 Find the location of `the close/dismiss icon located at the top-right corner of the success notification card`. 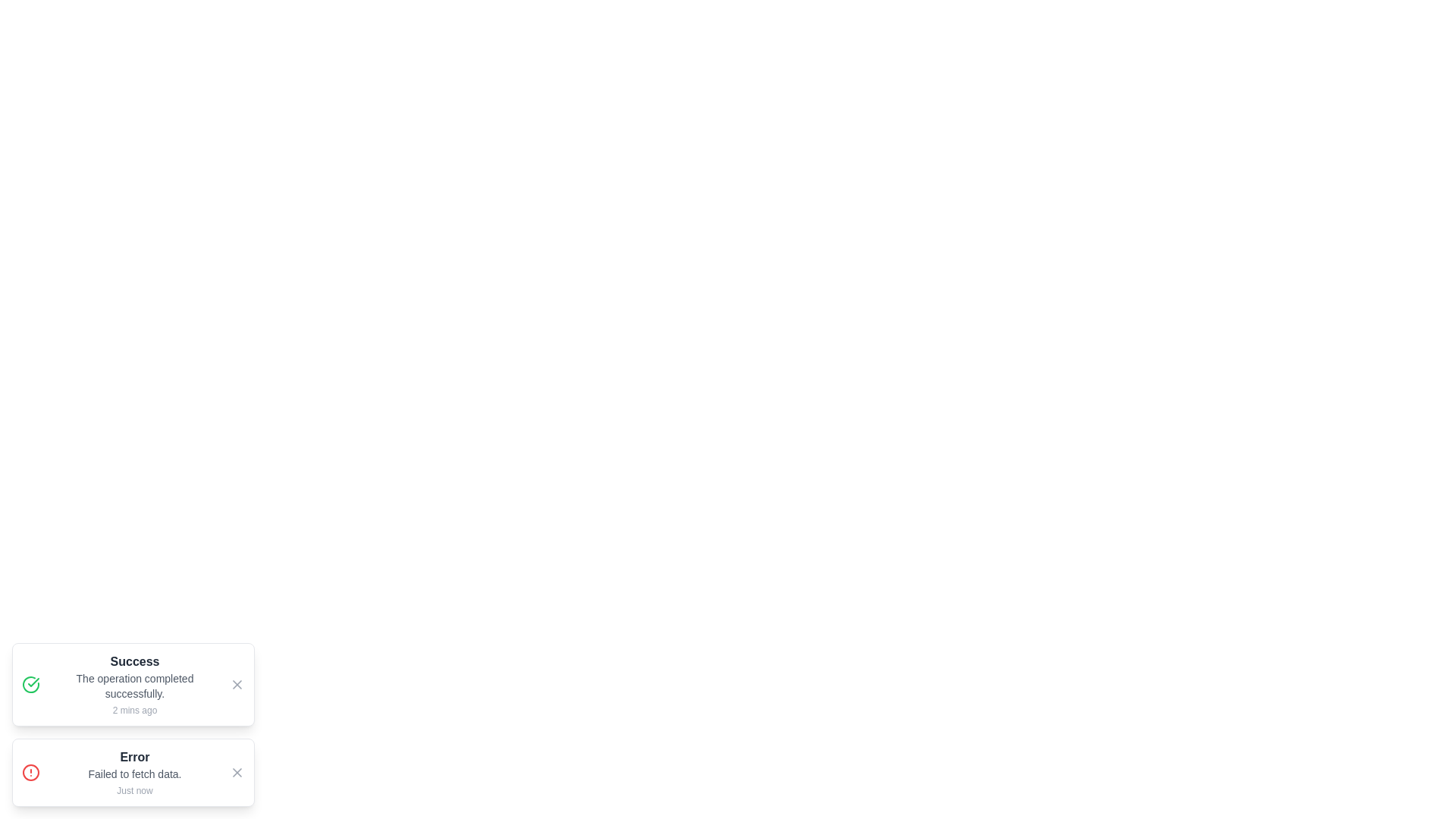

the close/dismiss icon located at the top-right corner of the success notification card is located at coordinates (236, 684).